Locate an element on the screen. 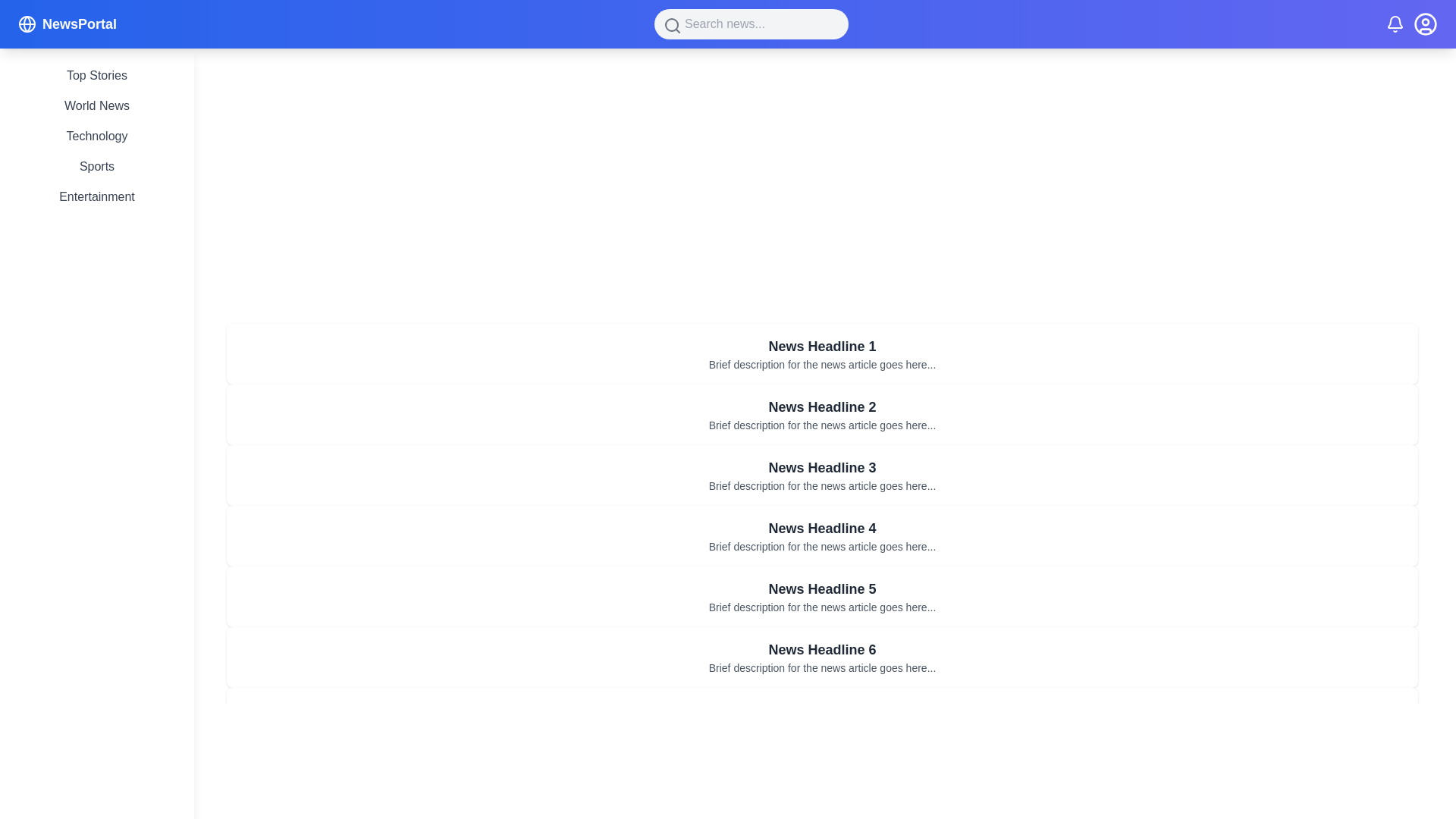  the rectangular card containing the bold heading 'News Headline 3' and the description 'Brief description for the news article goes here...', which is the third item in a vertical list of news articles is located at coordinates (821, 475).